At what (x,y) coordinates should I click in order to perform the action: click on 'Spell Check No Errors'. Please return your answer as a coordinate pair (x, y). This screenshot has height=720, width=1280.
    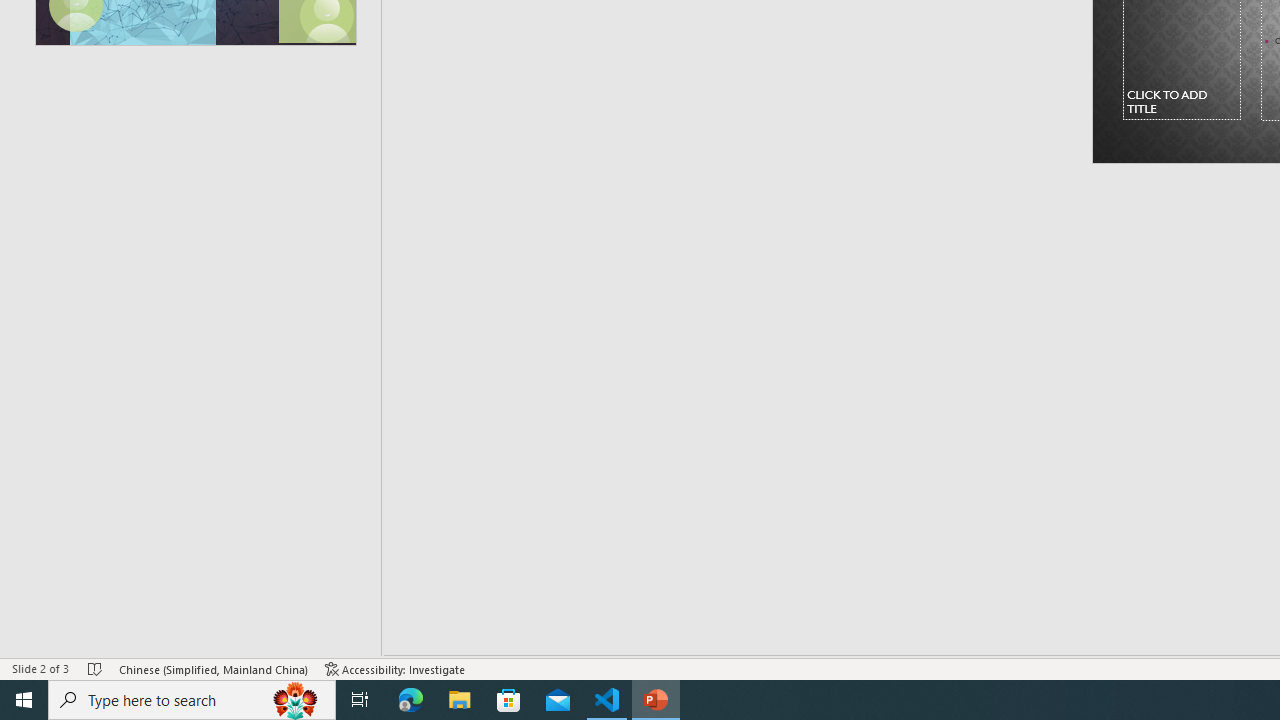
    Looking at the image, I should click on (95, 669).